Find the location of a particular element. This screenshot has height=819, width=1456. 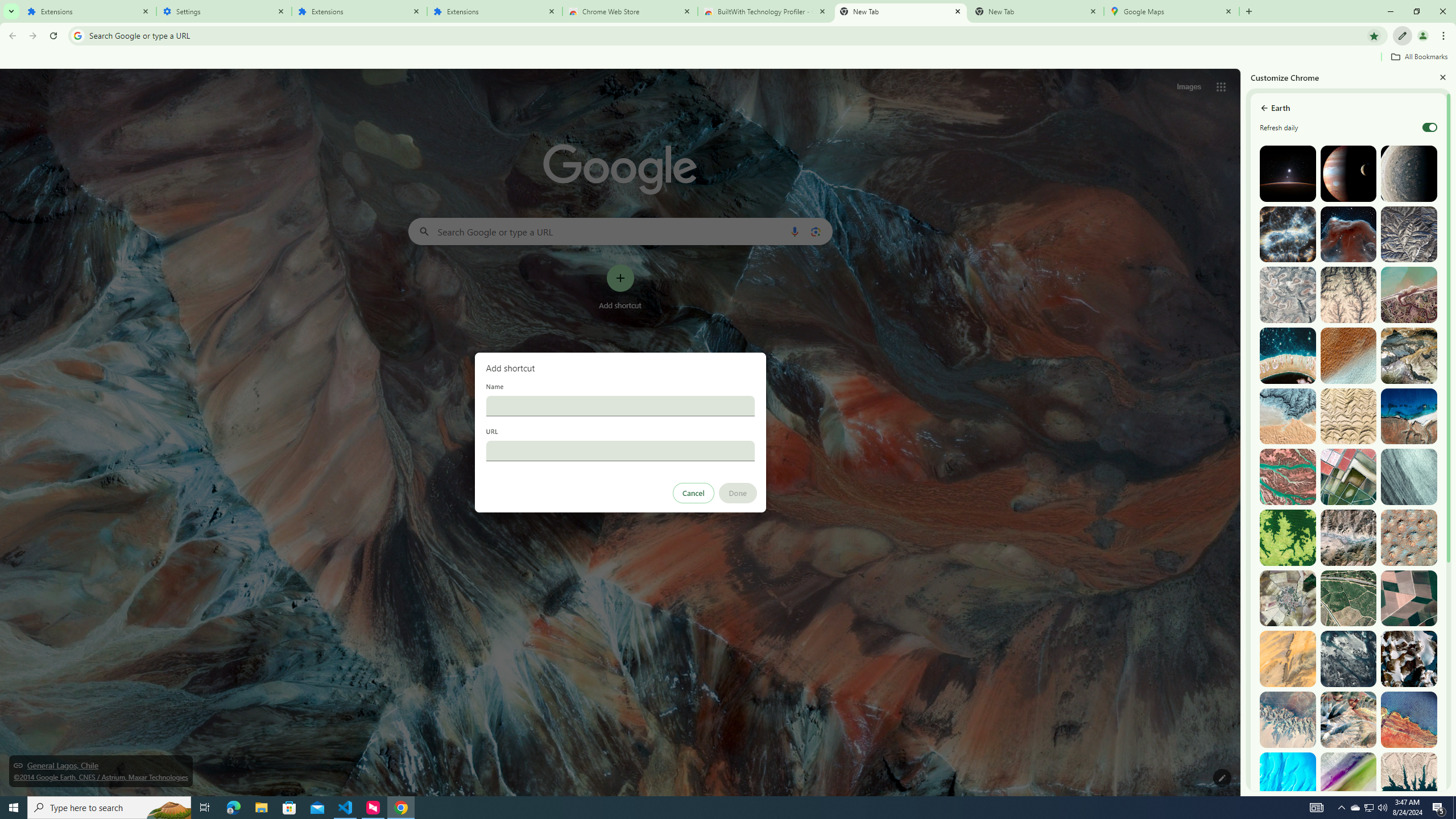

'Search icon' is located at coordinates (77, 35).